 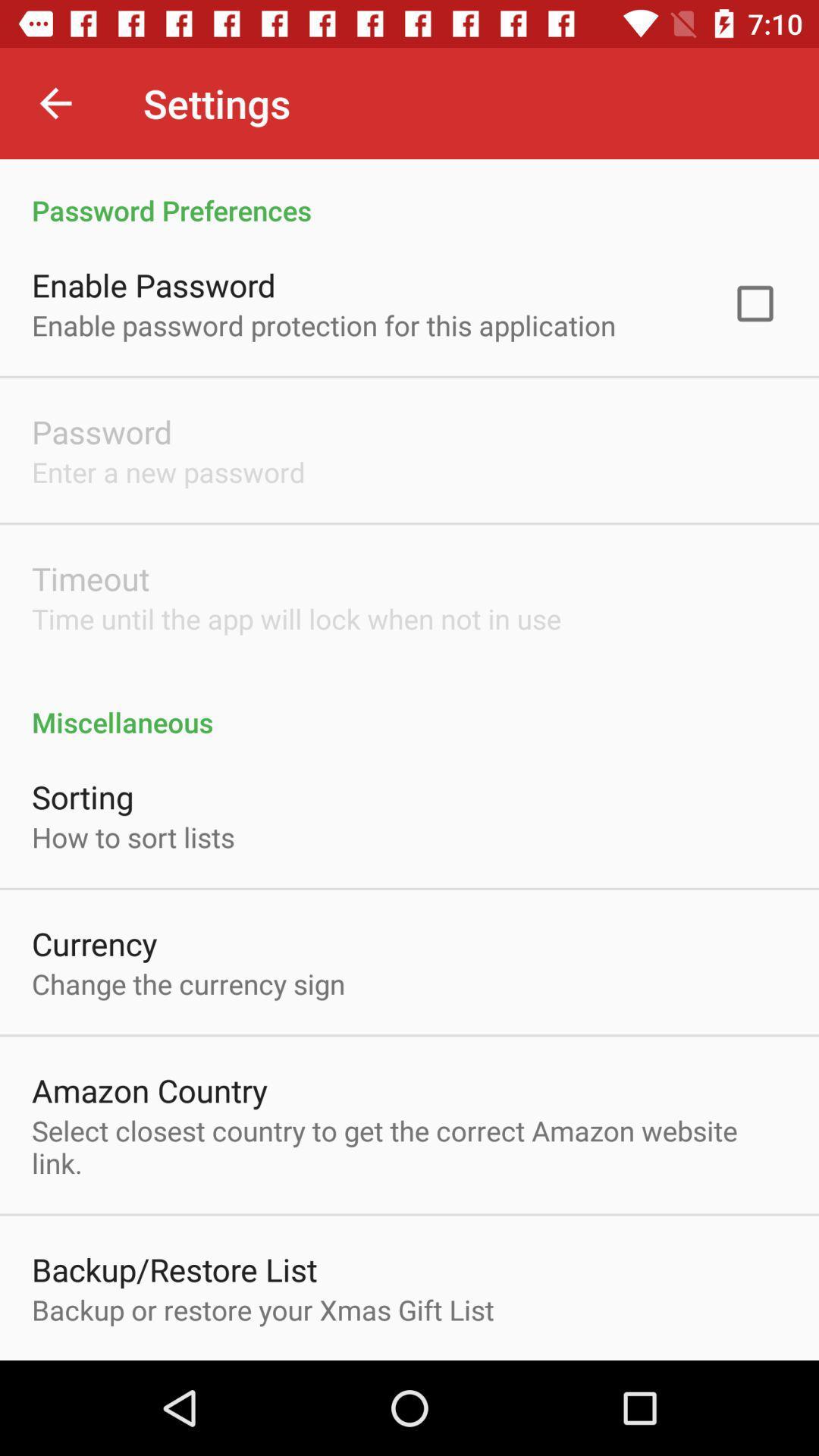 What do you see at coordinates (132, 836) in the screenshot?
I see `icon above the currency` at bounding box center [132, 836].